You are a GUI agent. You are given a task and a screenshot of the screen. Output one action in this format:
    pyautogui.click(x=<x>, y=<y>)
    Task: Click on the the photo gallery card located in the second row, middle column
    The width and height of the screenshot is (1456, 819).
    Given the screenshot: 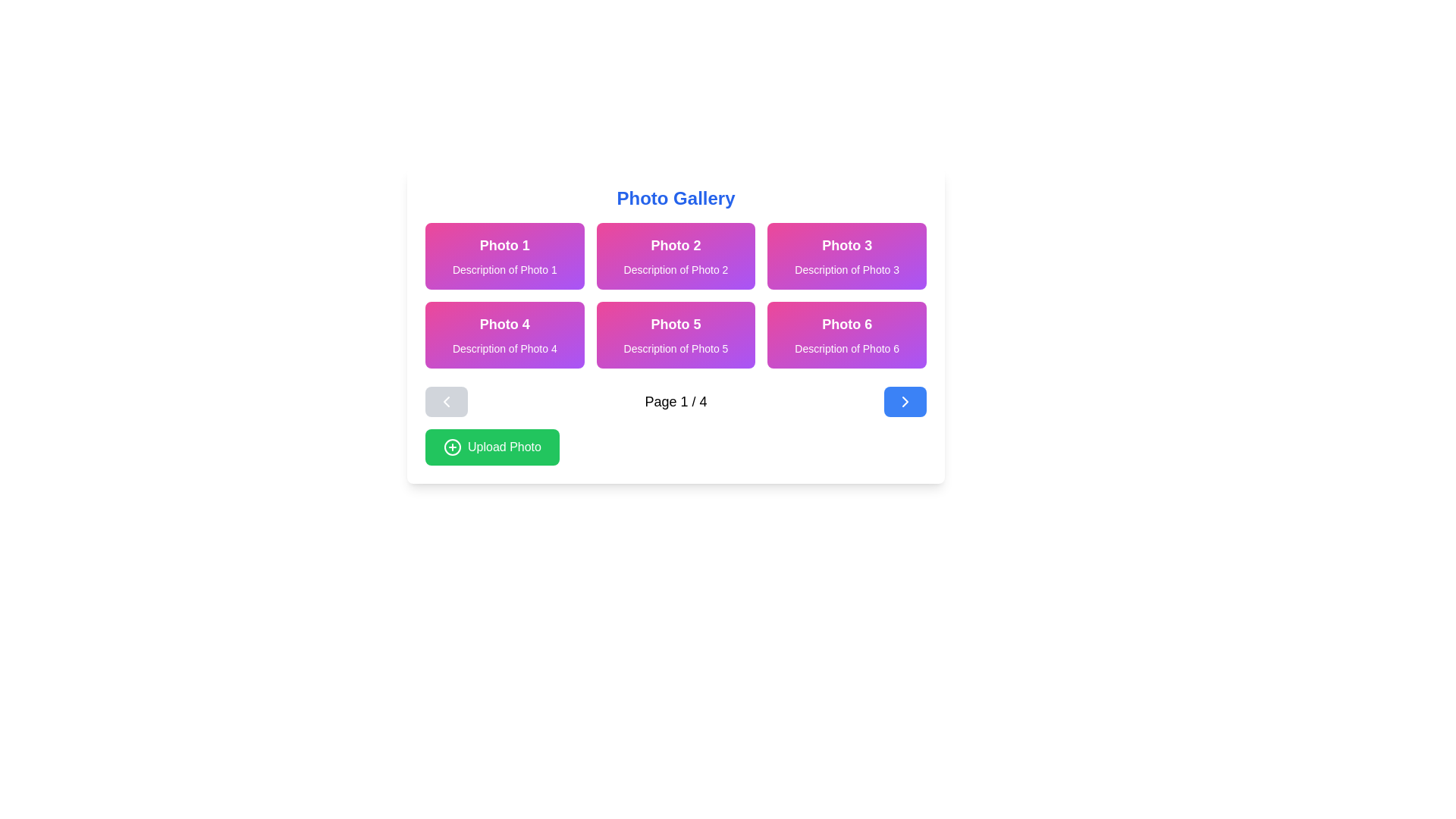 What is the action you would take?
    pyautogui.click(x=675, y=334)
    